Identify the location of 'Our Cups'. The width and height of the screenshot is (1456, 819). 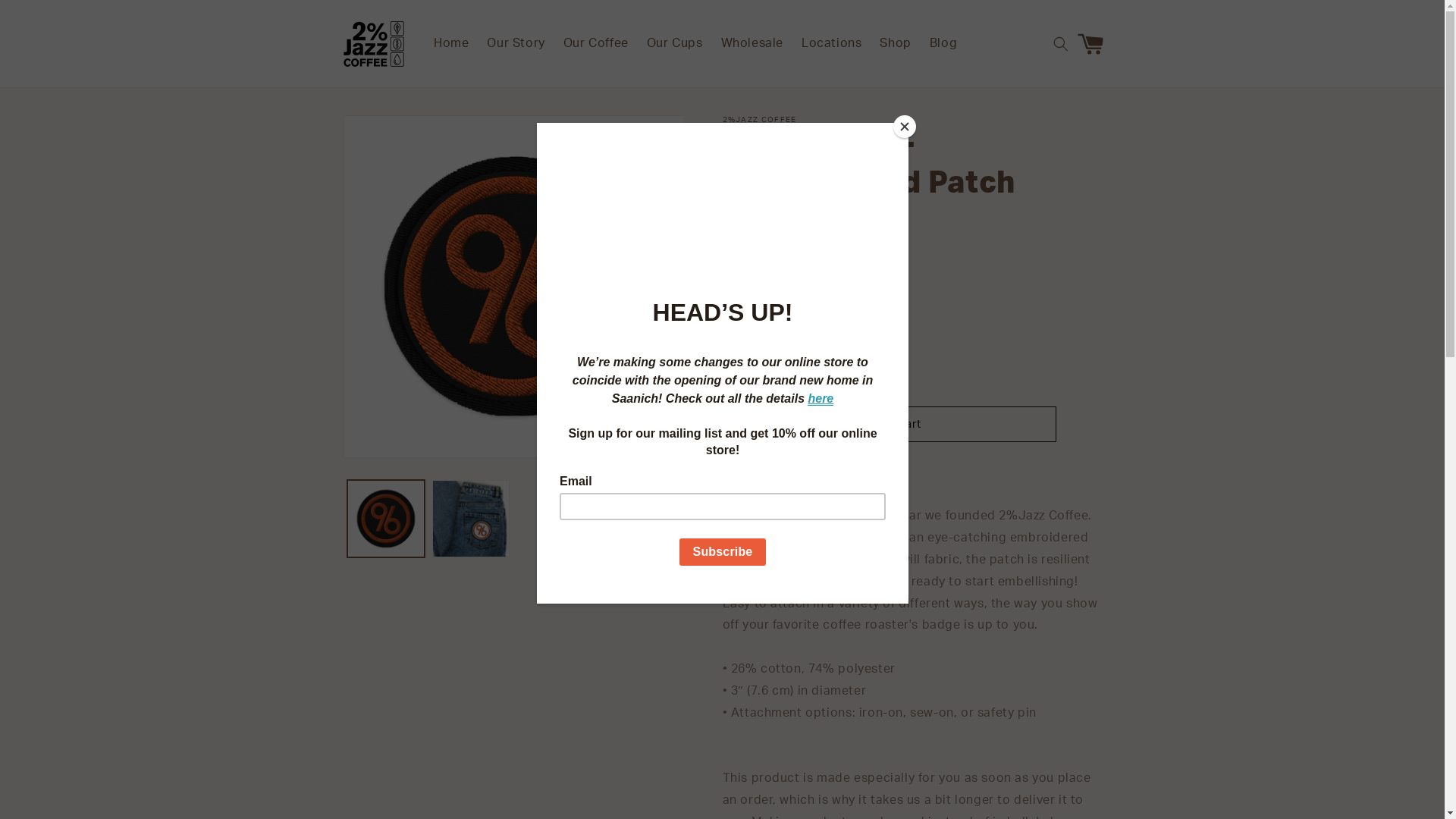
(637, 42).